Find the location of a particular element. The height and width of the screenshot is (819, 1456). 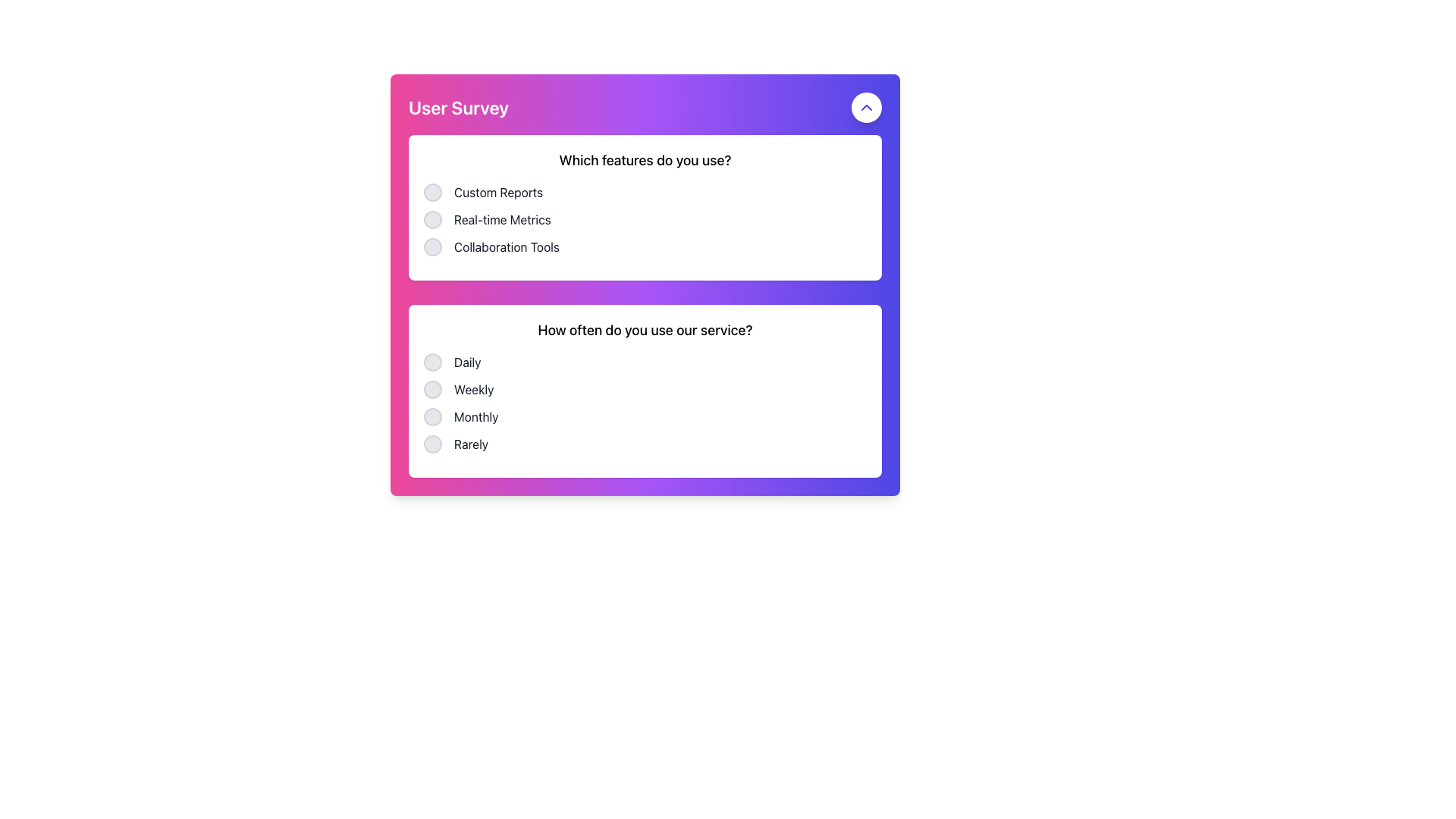

the text label at the top of the survey card interface, which guides users to interact with the options below it is located at coordinates (645, 161).